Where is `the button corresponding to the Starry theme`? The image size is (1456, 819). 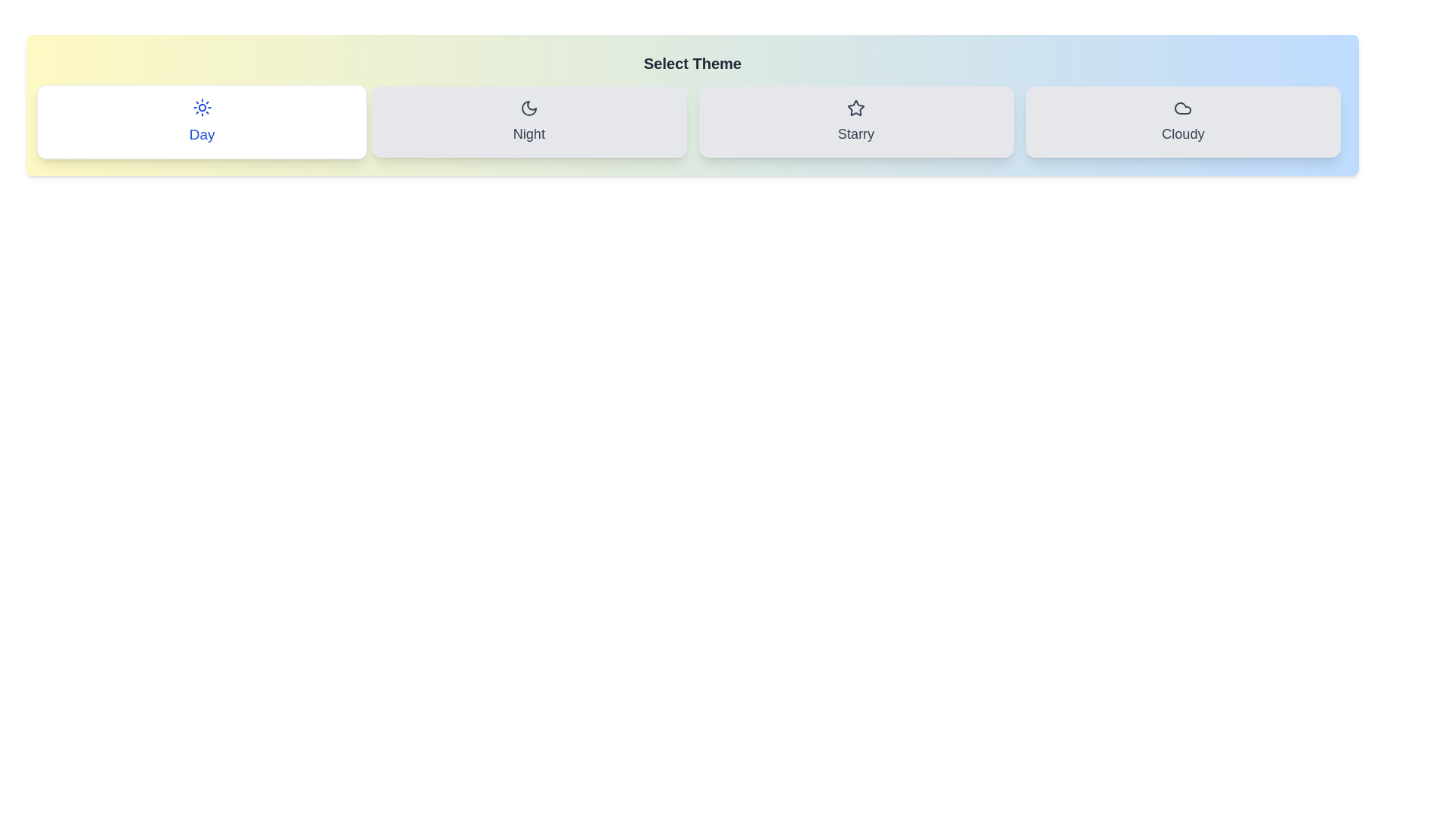
the button corresponding to the Starry theme is located at coordinates (856, 121).